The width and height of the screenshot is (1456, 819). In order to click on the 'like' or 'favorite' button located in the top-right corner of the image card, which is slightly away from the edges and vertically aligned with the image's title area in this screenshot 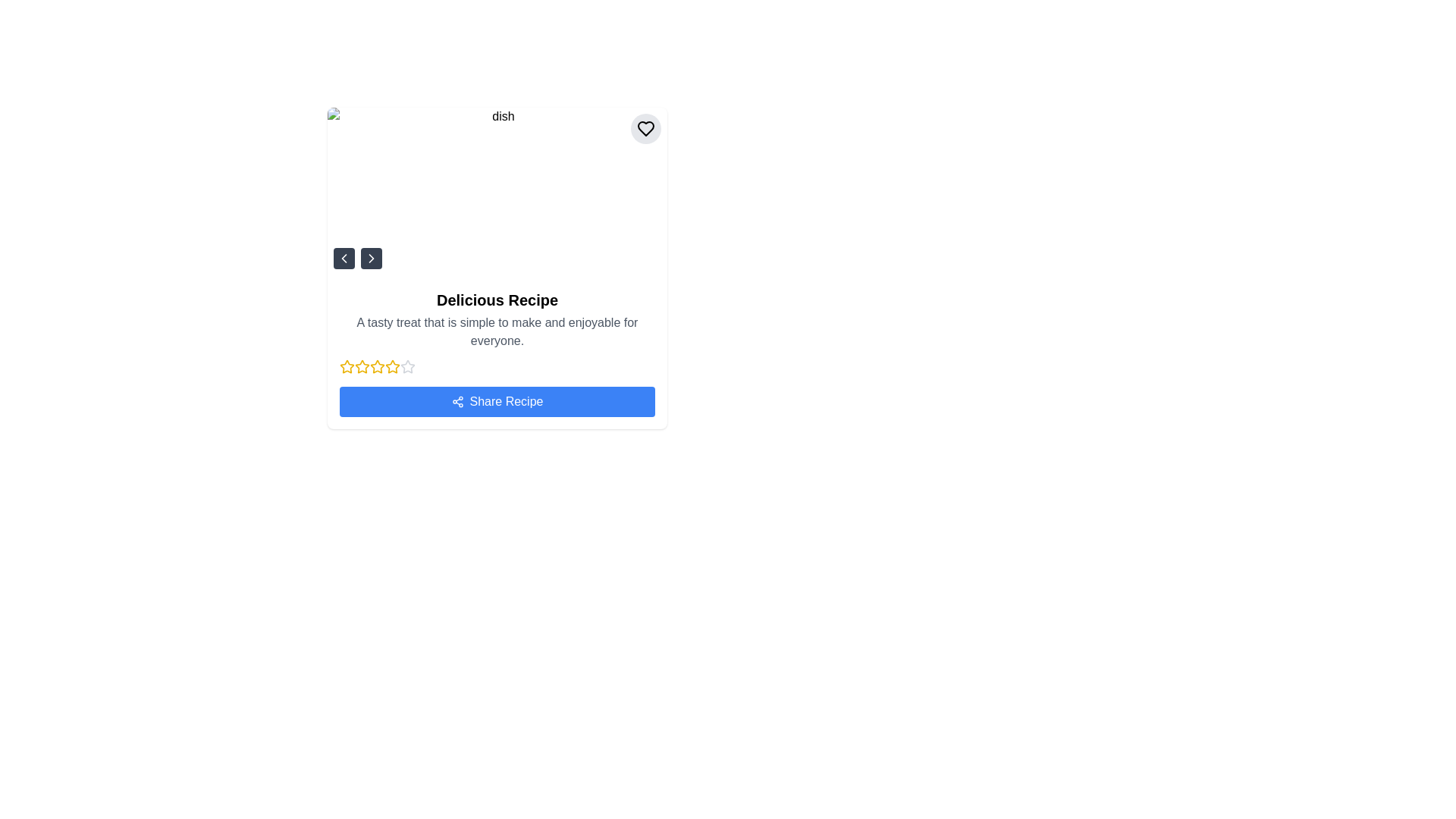, I will do `click(645, 127)`.